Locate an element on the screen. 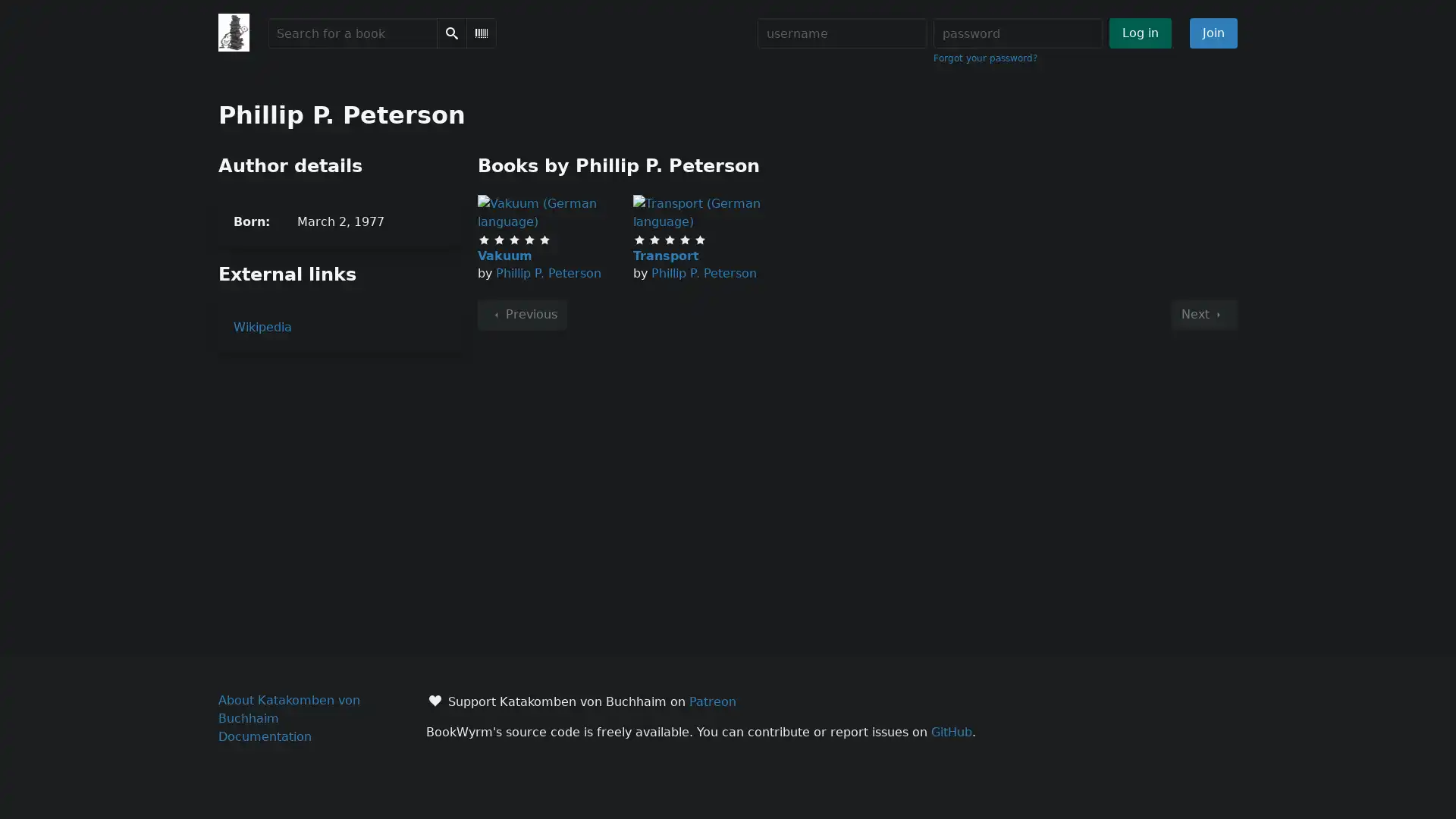 This screenshot has width=1456, height=819. Scan Barcode is located at coordinates (479, 33).